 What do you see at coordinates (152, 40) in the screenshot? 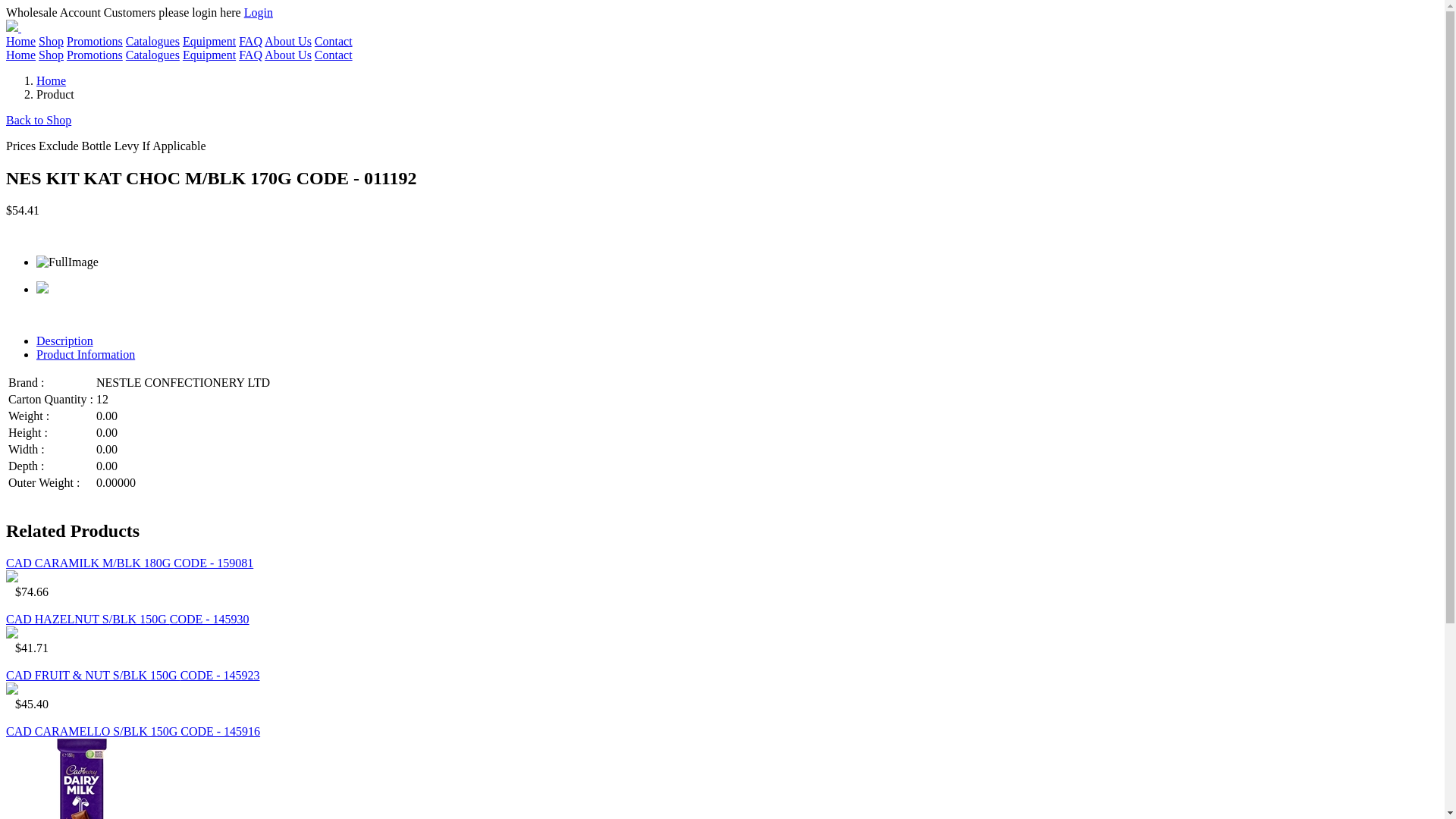
I see `'Catalogues'` at bounding box center [152, 40].